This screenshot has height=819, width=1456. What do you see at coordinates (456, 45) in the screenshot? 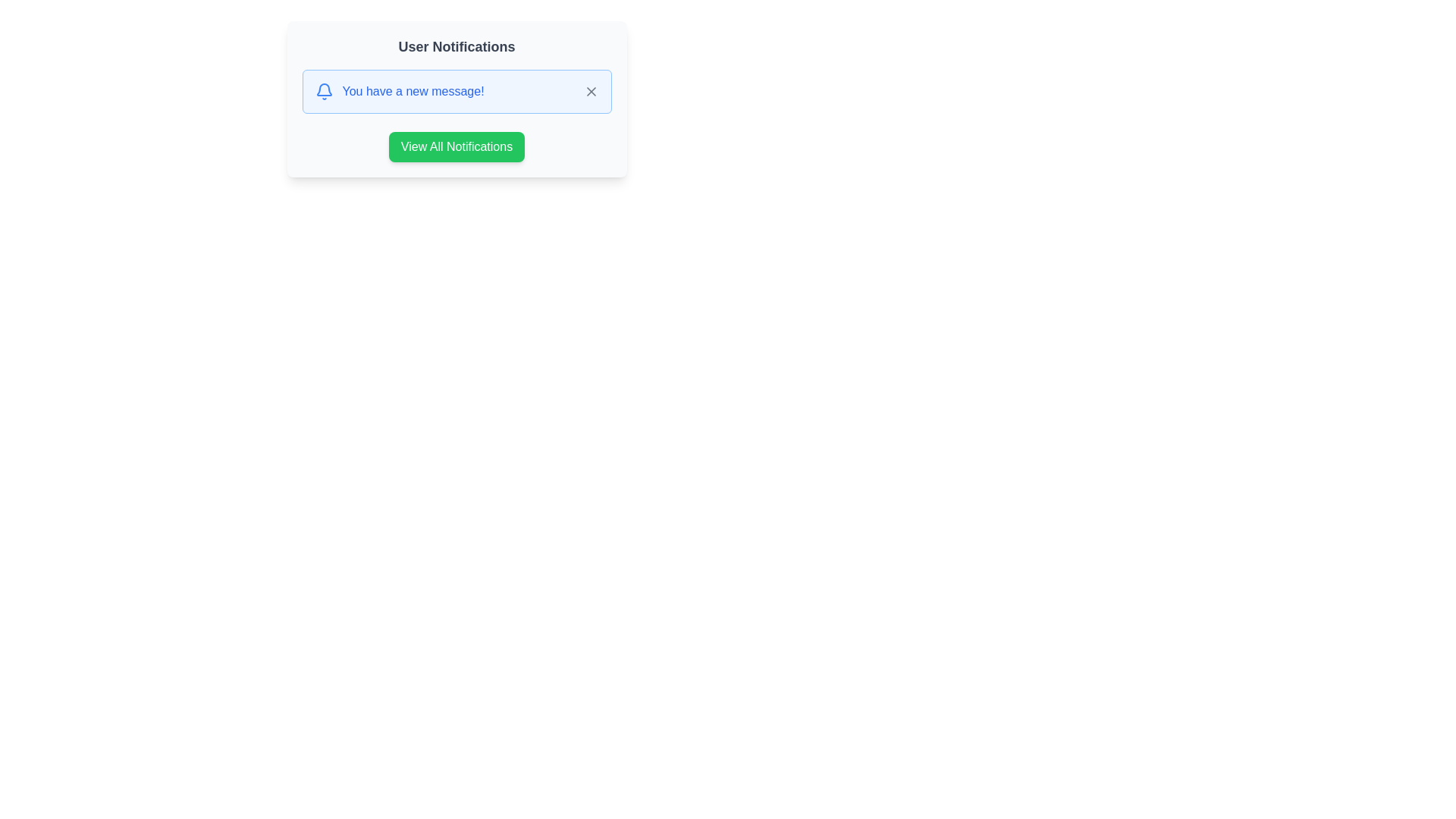
I see `the Text Label element, which serves as the title for the notification card located at the top center of the card` at bounding box center [456, 45].